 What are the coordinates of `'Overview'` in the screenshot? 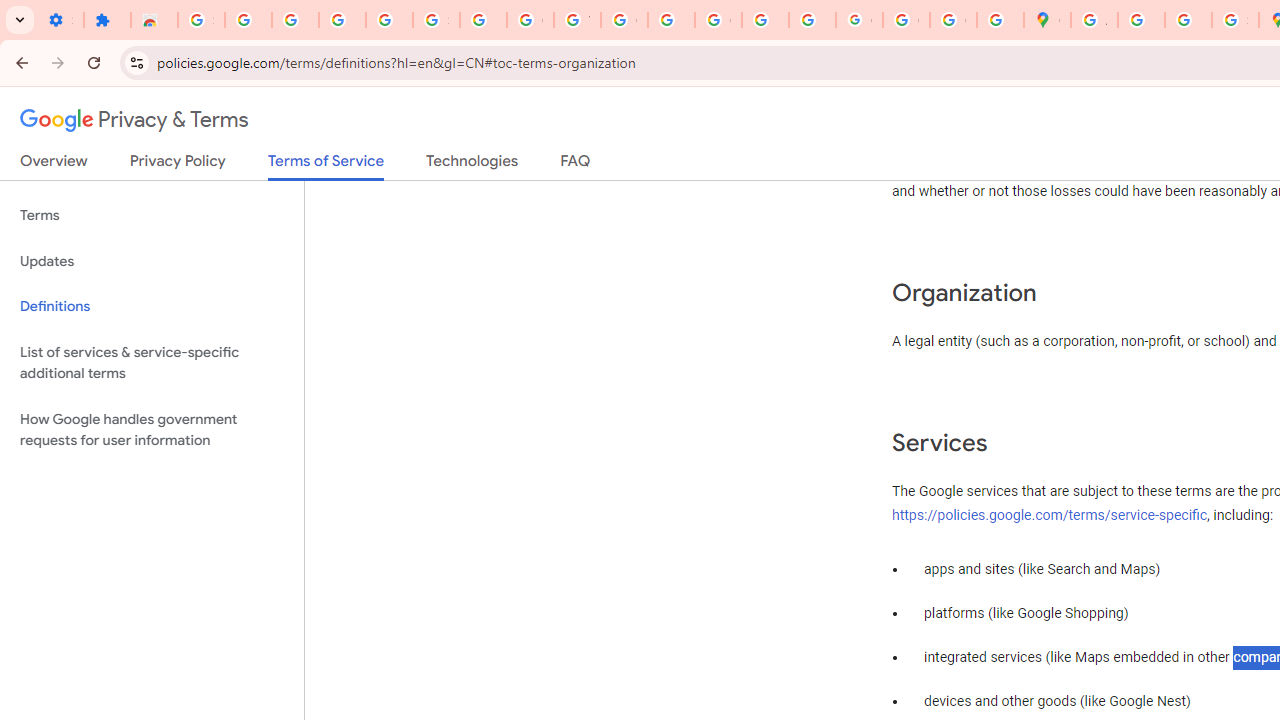 It's located at (54, 164).